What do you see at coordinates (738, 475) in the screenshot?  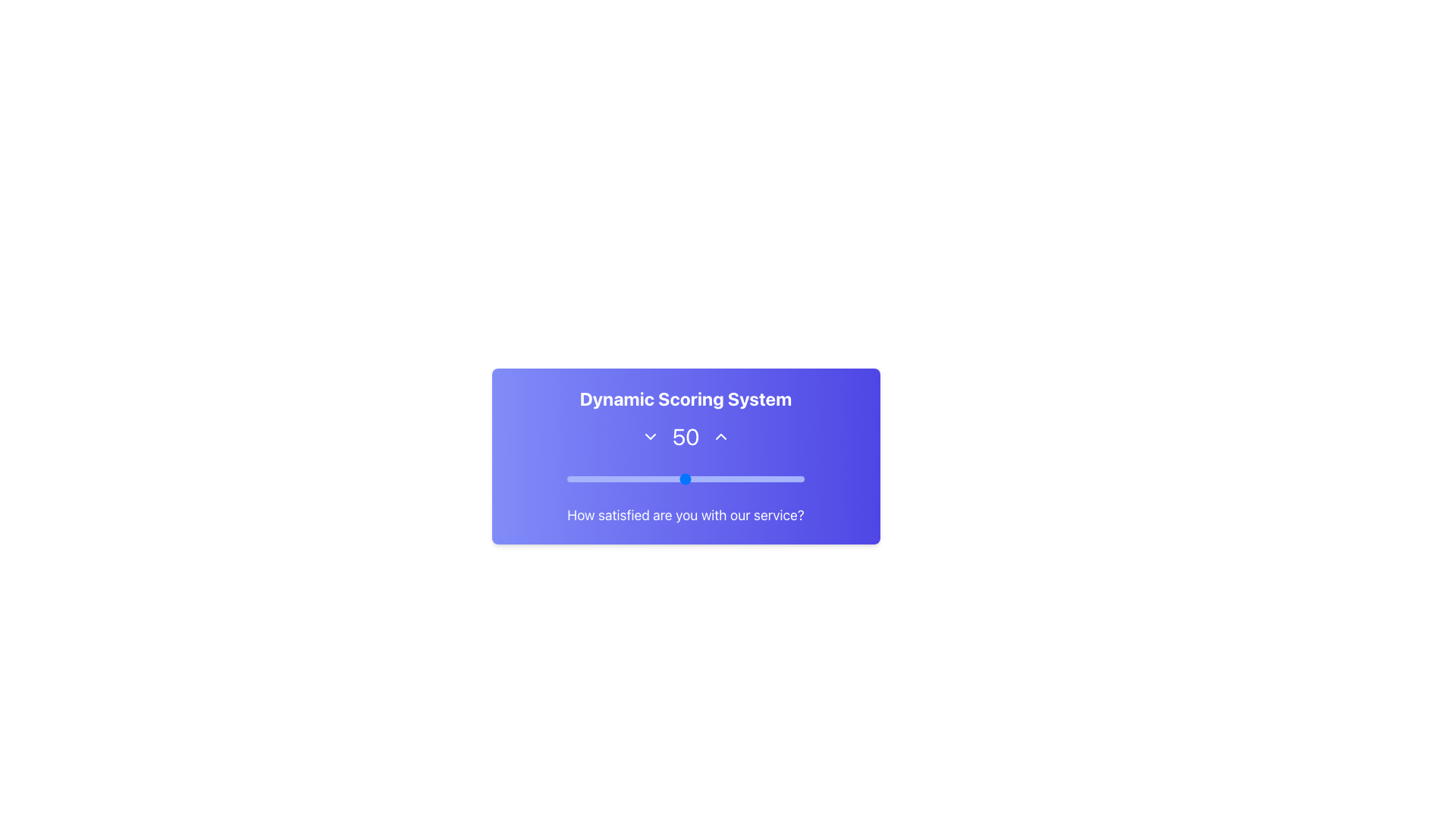 I see `the slider` at bounding box center [738, 475].